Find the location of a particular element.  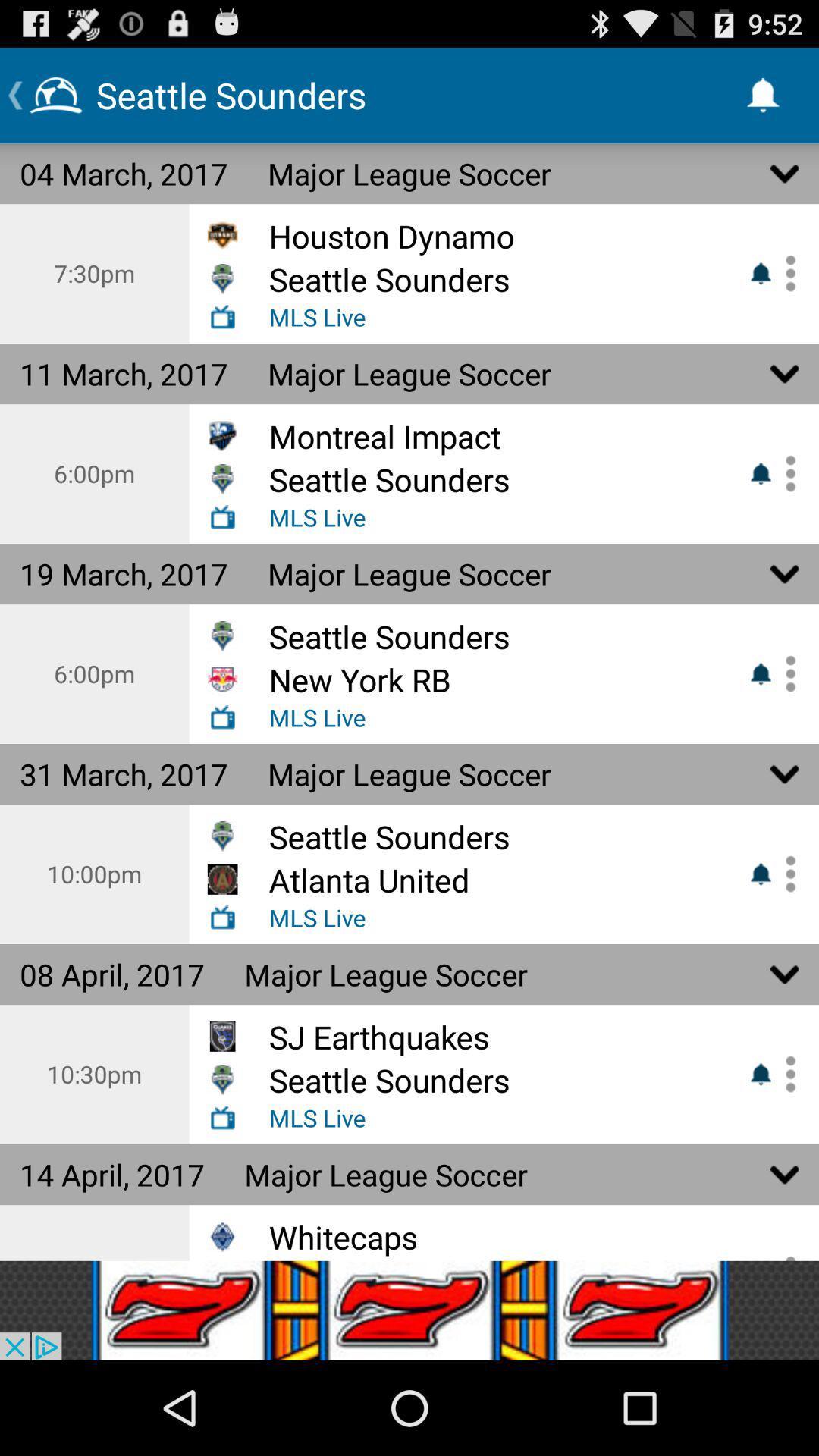

settings bor is located at coordinates (785, 273).